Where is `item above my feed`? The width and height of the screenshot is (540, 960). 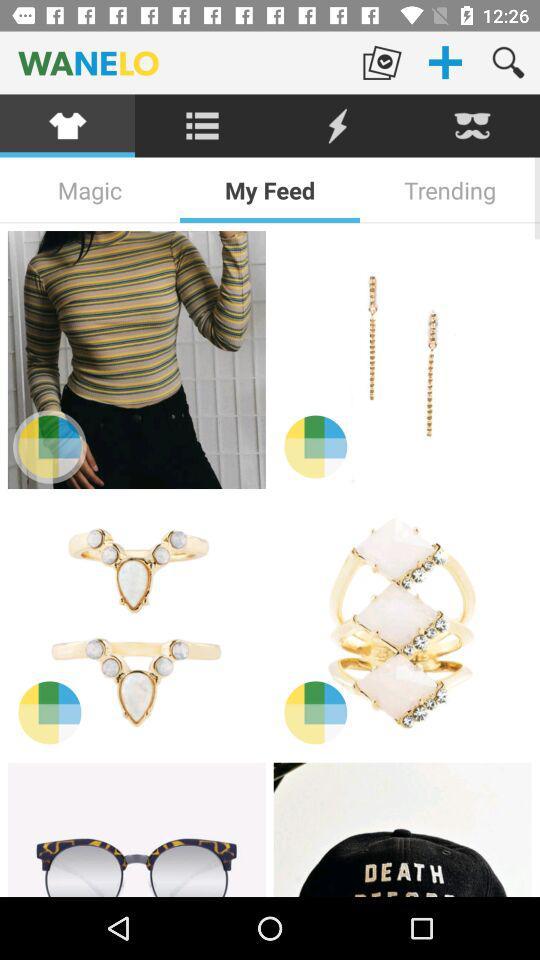
item above my feed is located at coordinates (337, 125).